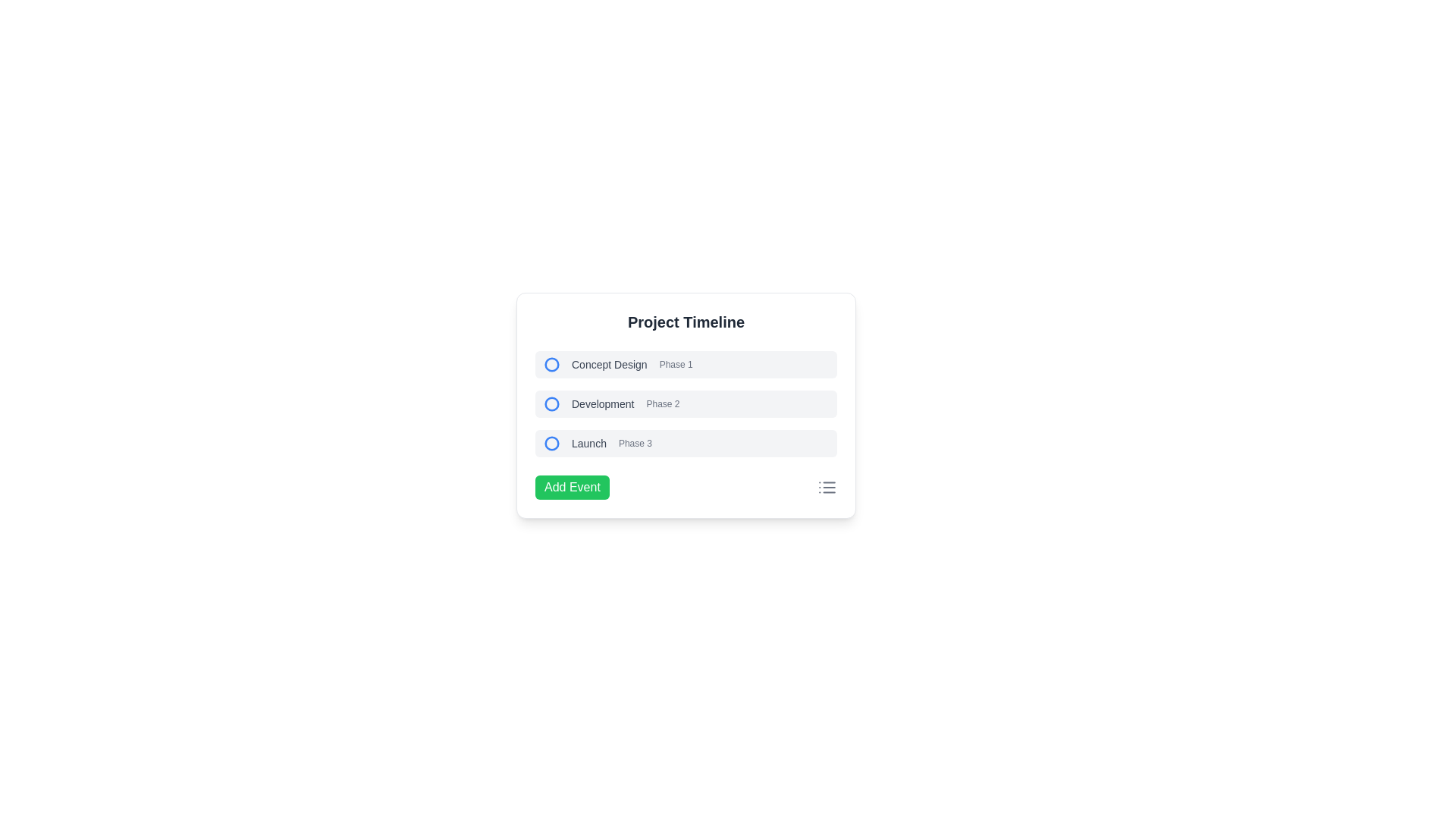  I want to click on the icon located in the second row under 'Project Timeline', to the left of the text 'Development Phase 2', so click(551, 403).